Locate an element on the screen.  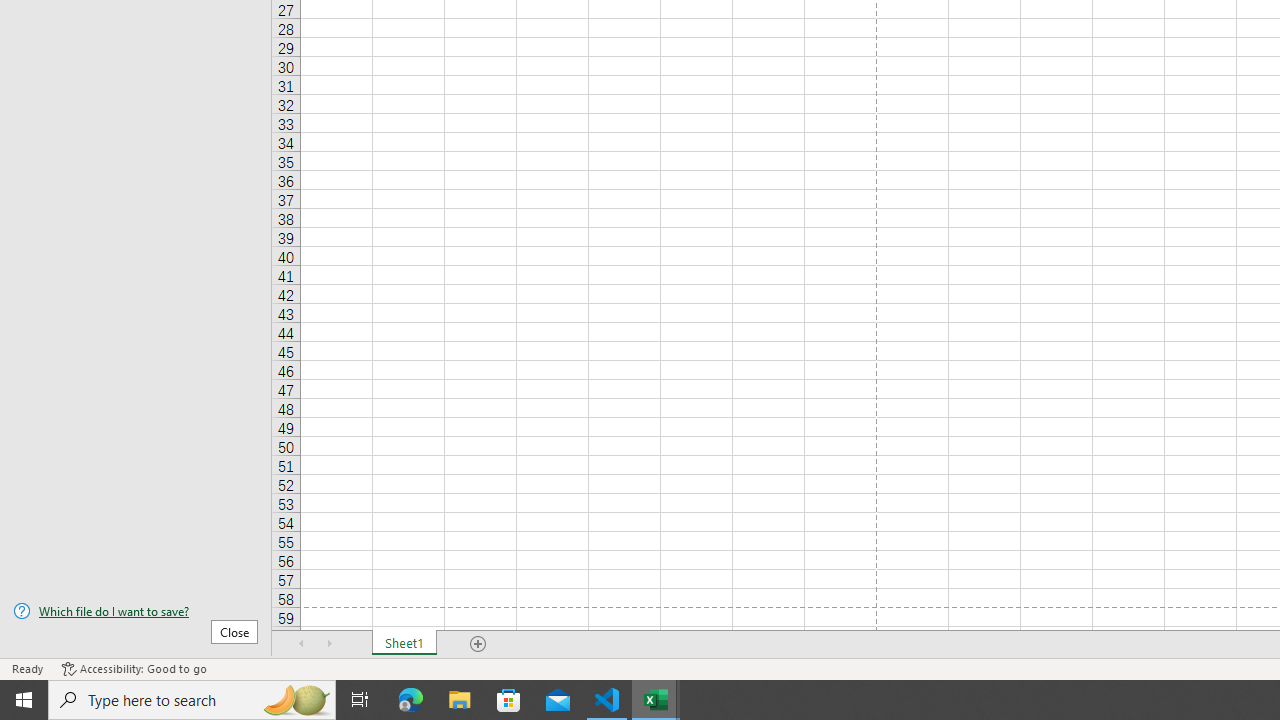
'Close' is located at coordinates (234, 631).